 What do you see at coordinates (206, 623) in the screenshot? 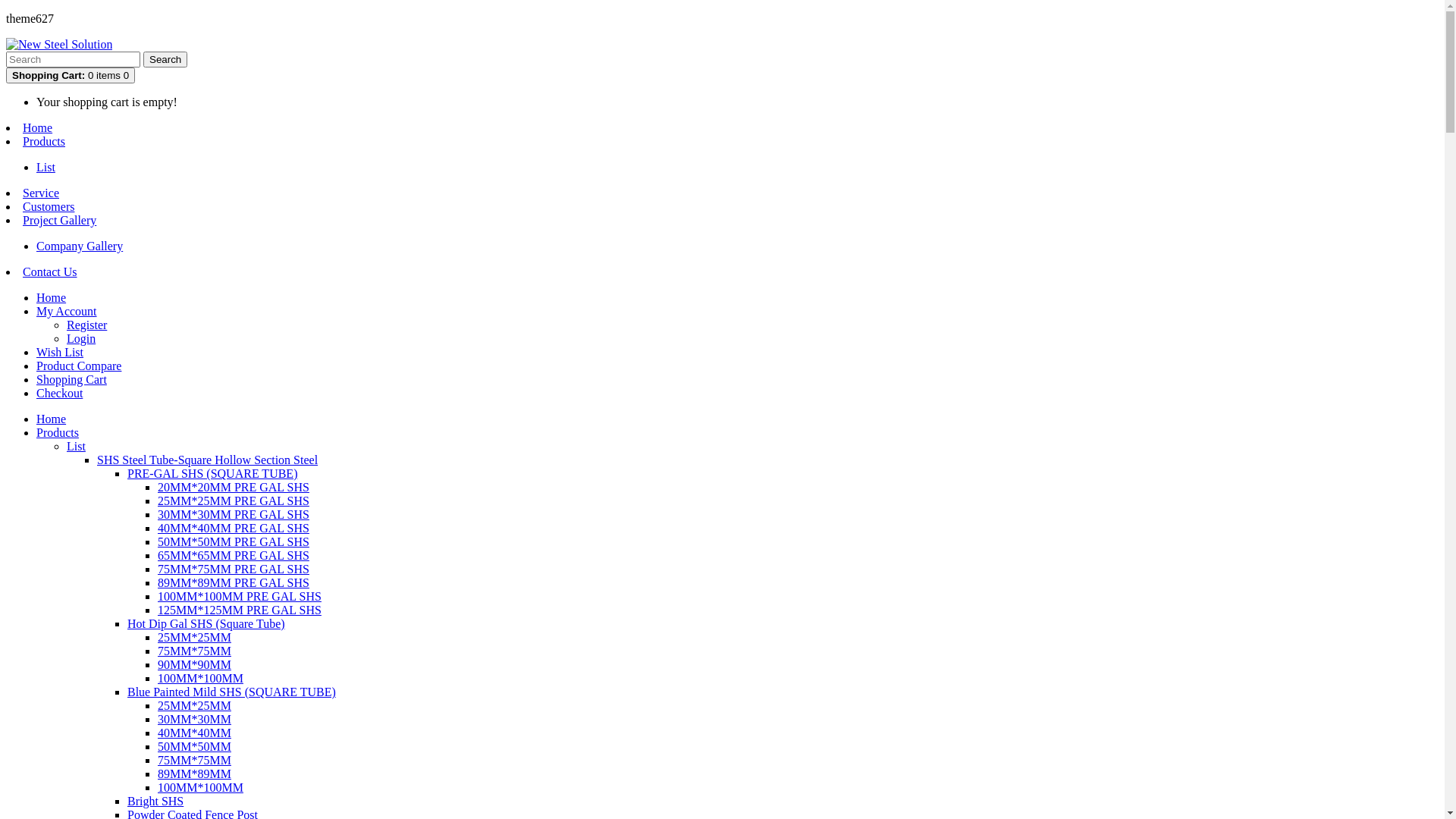
I see `'Hot Dip Gal SHS (Square Tube)'` at bounding box center [206, 623].